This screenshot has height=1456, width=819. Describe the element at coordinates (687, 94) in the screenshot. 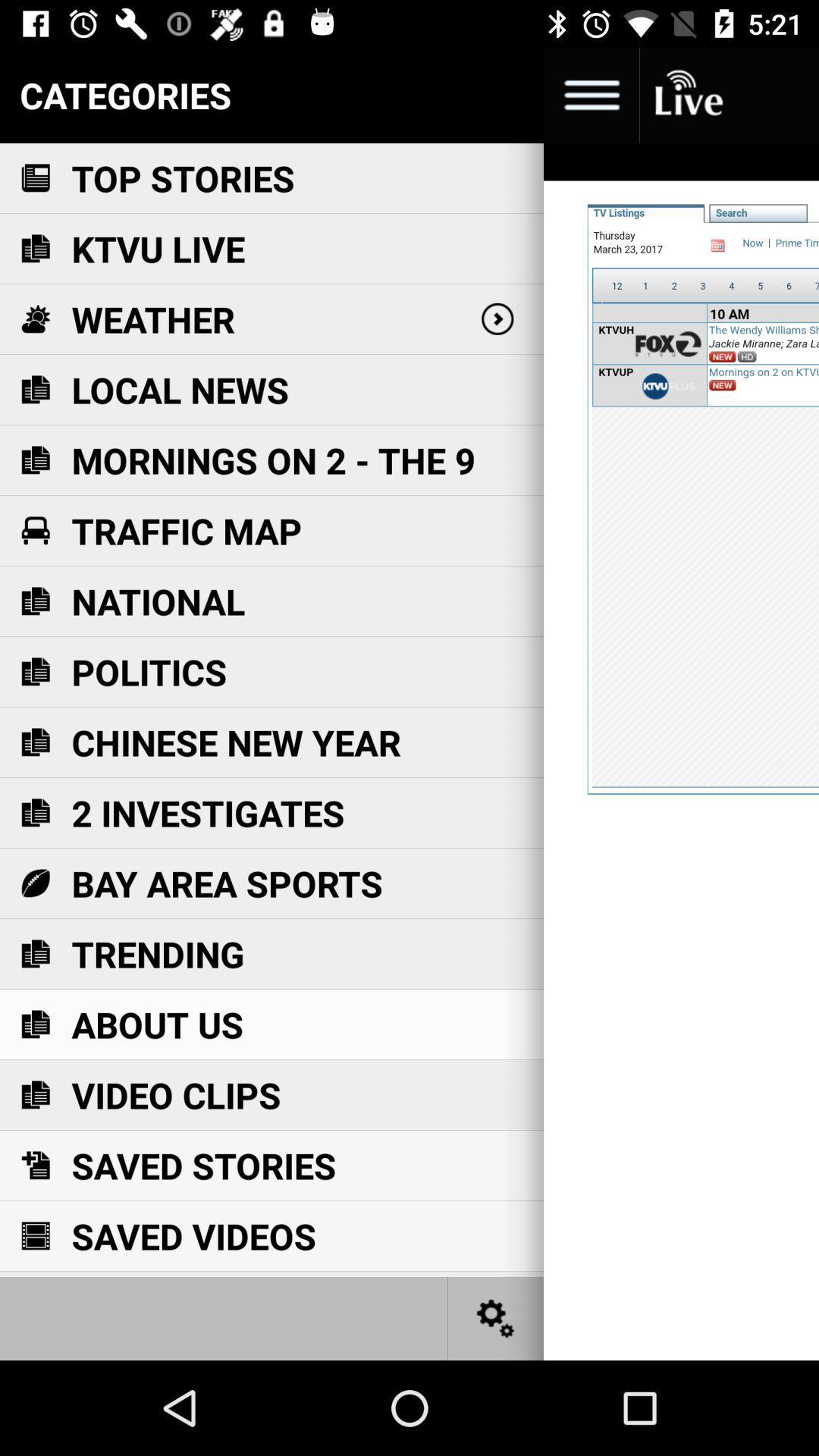

I see `go live` at that location.